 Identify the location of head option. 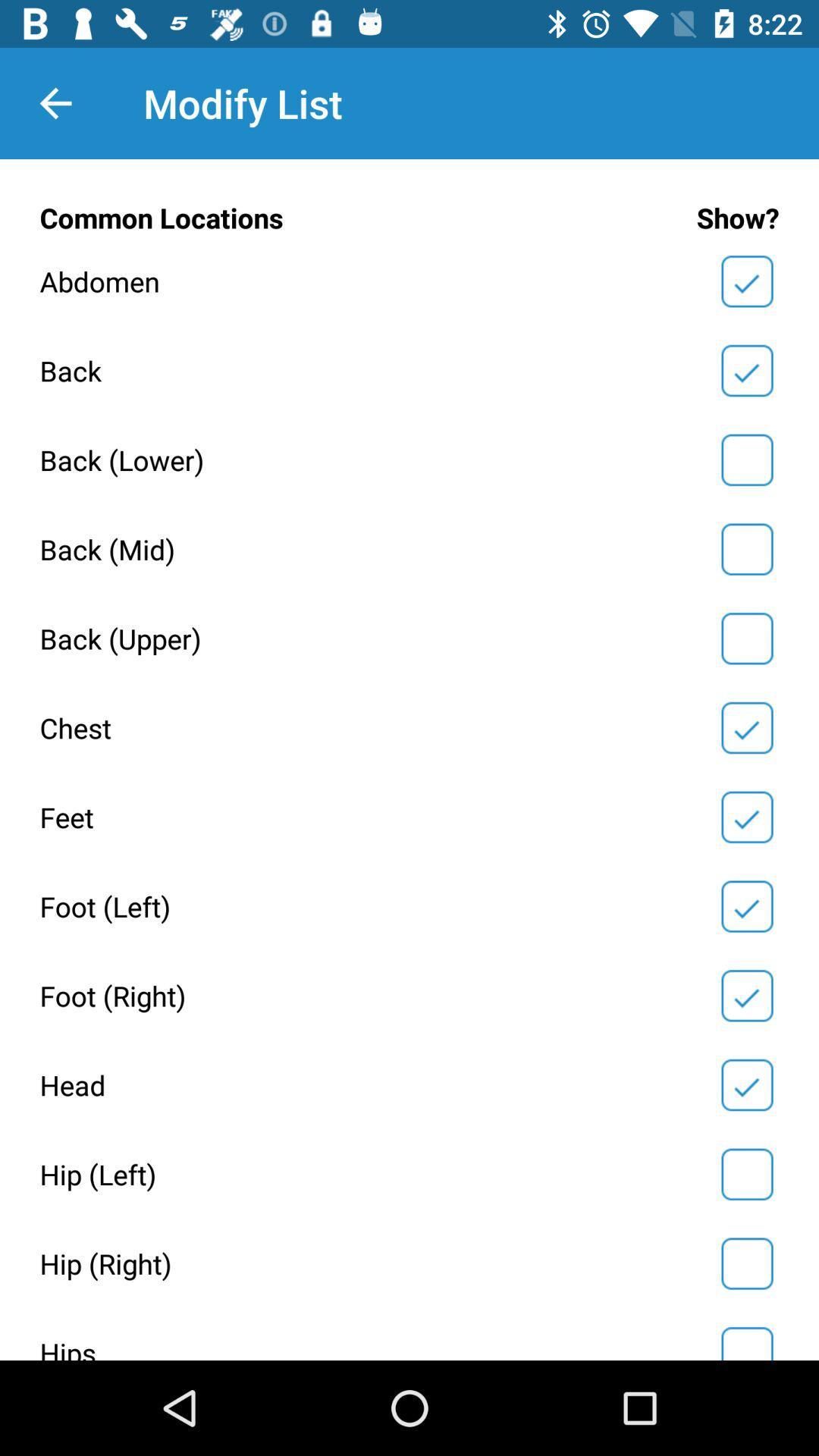
(746, 1084).